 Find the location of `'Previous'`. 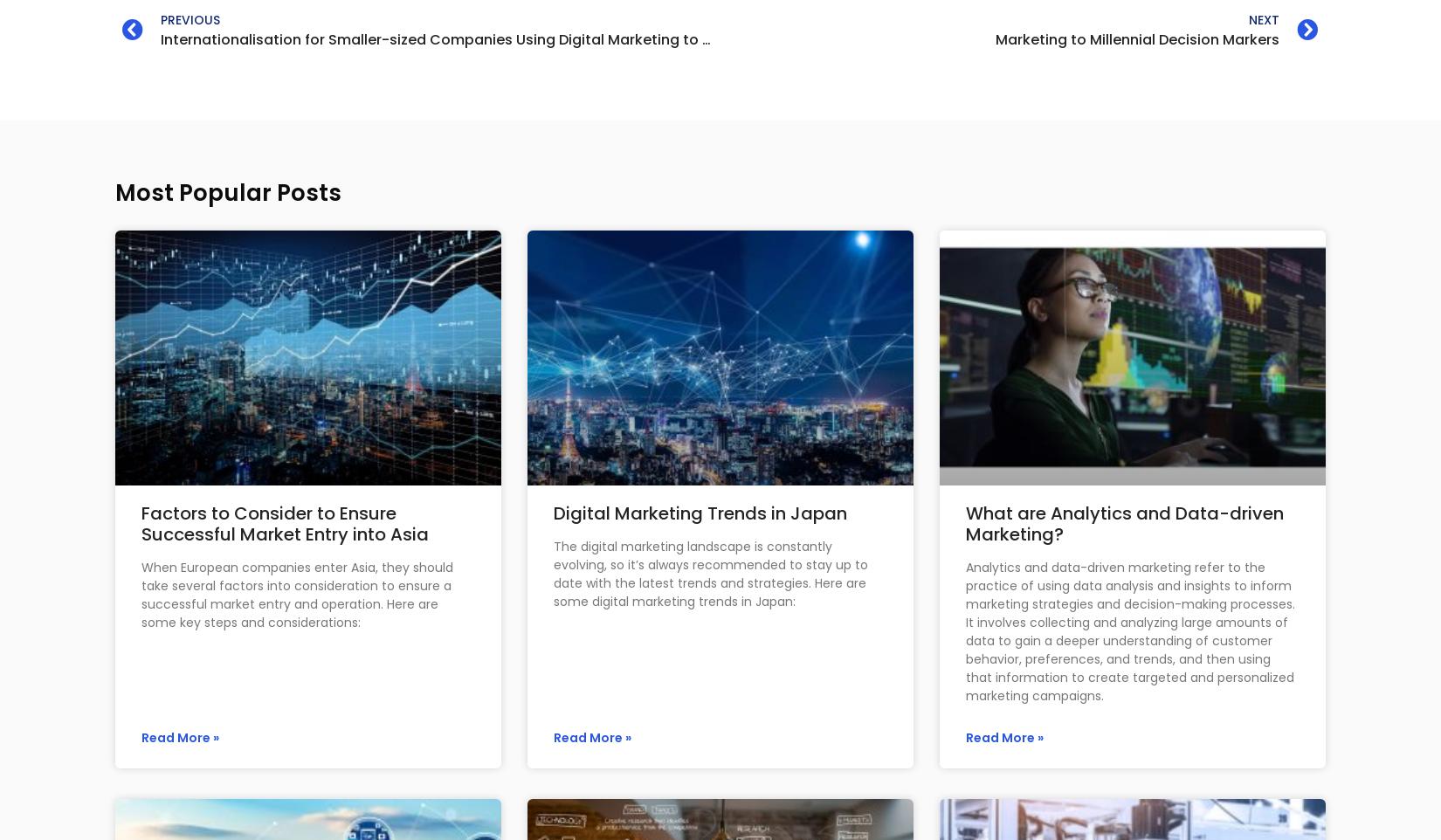

'Previous' is located at coordinates (190, 18).